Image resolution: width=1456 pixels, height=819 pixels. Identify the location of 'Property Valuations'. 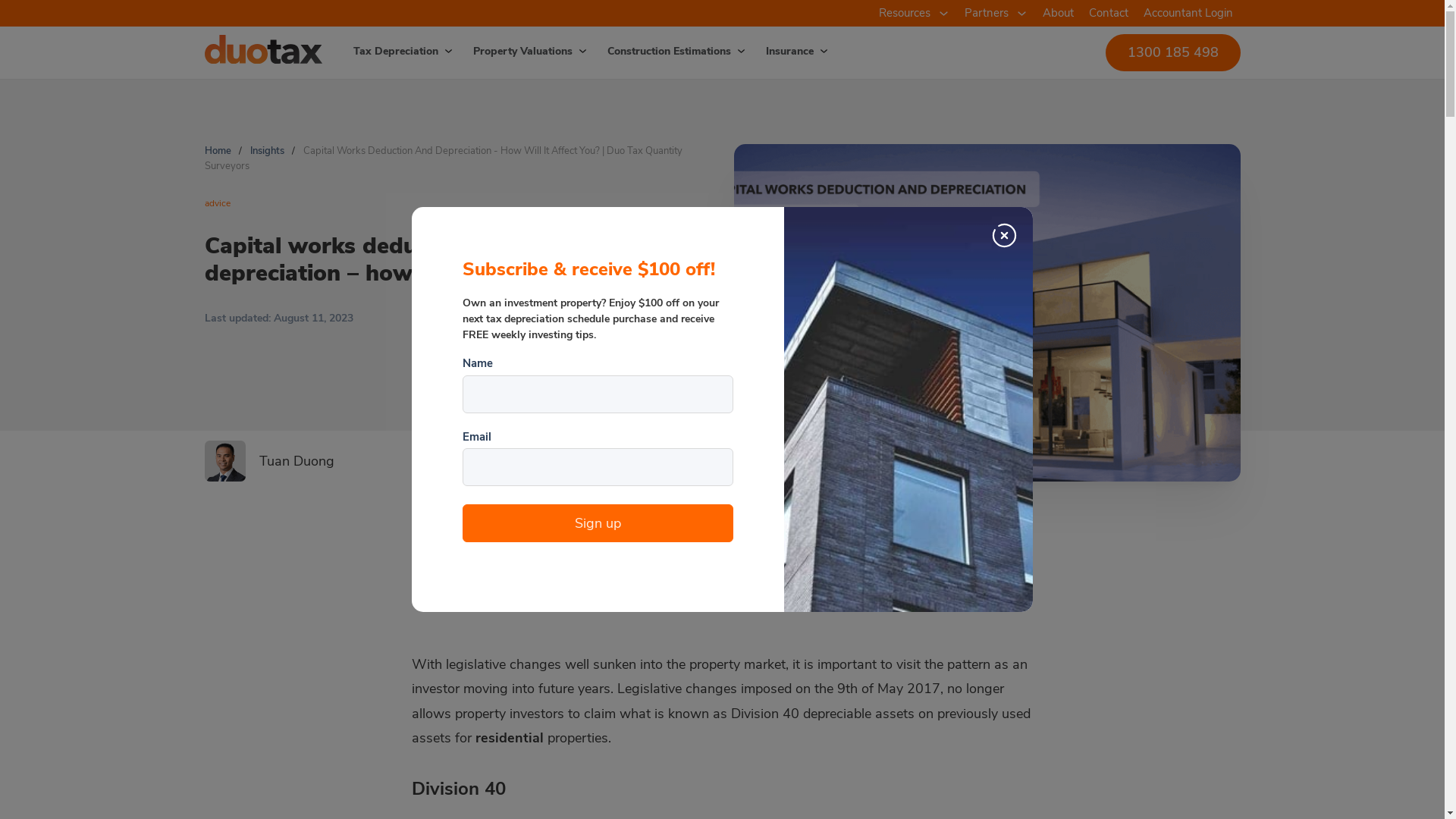
(453, 50).